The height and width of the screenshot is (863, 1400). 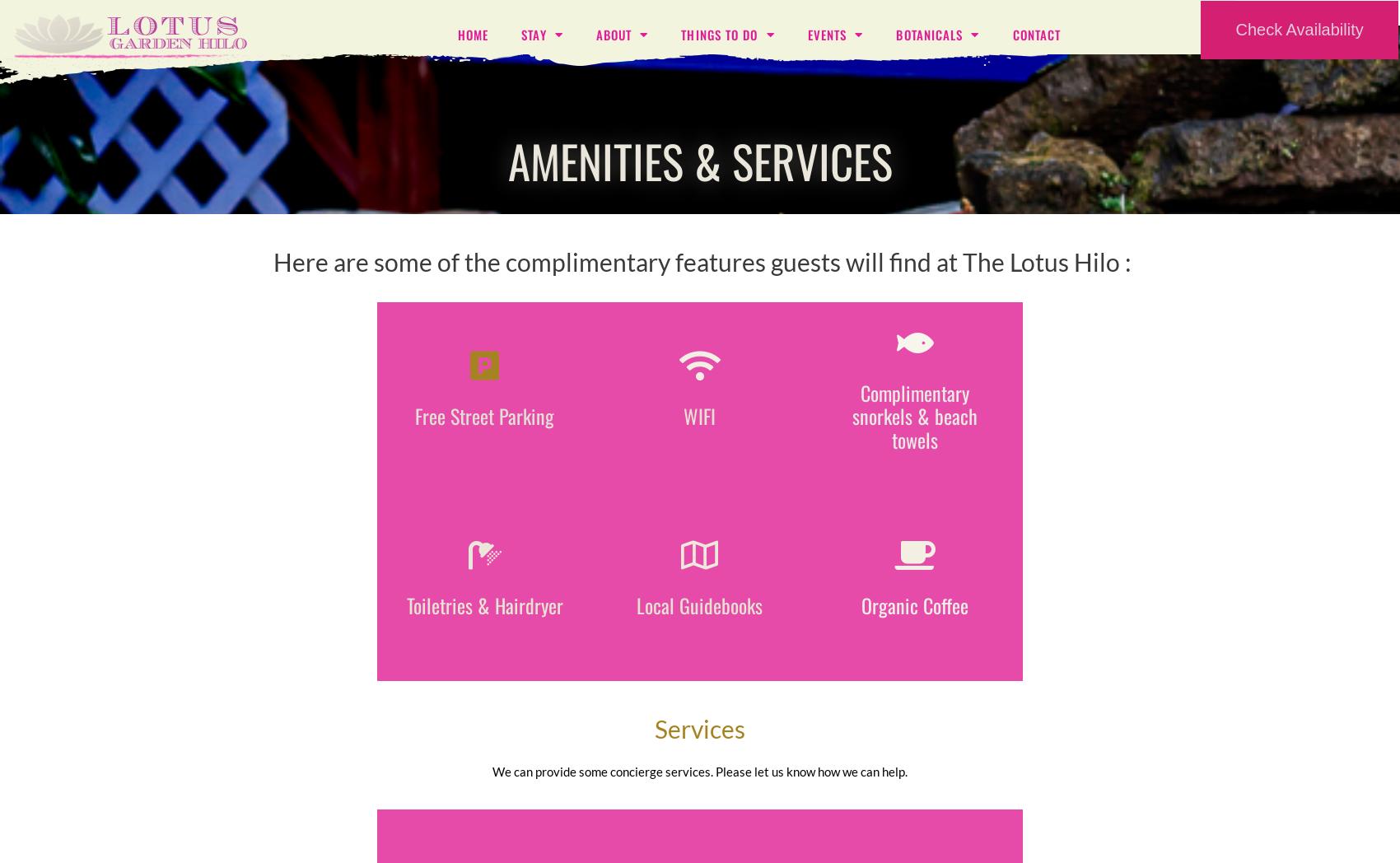 What do you see at coordinates (483, 416) in the screenshot?
I see `'Free Street Parking'` at bounding box center [483, 416].